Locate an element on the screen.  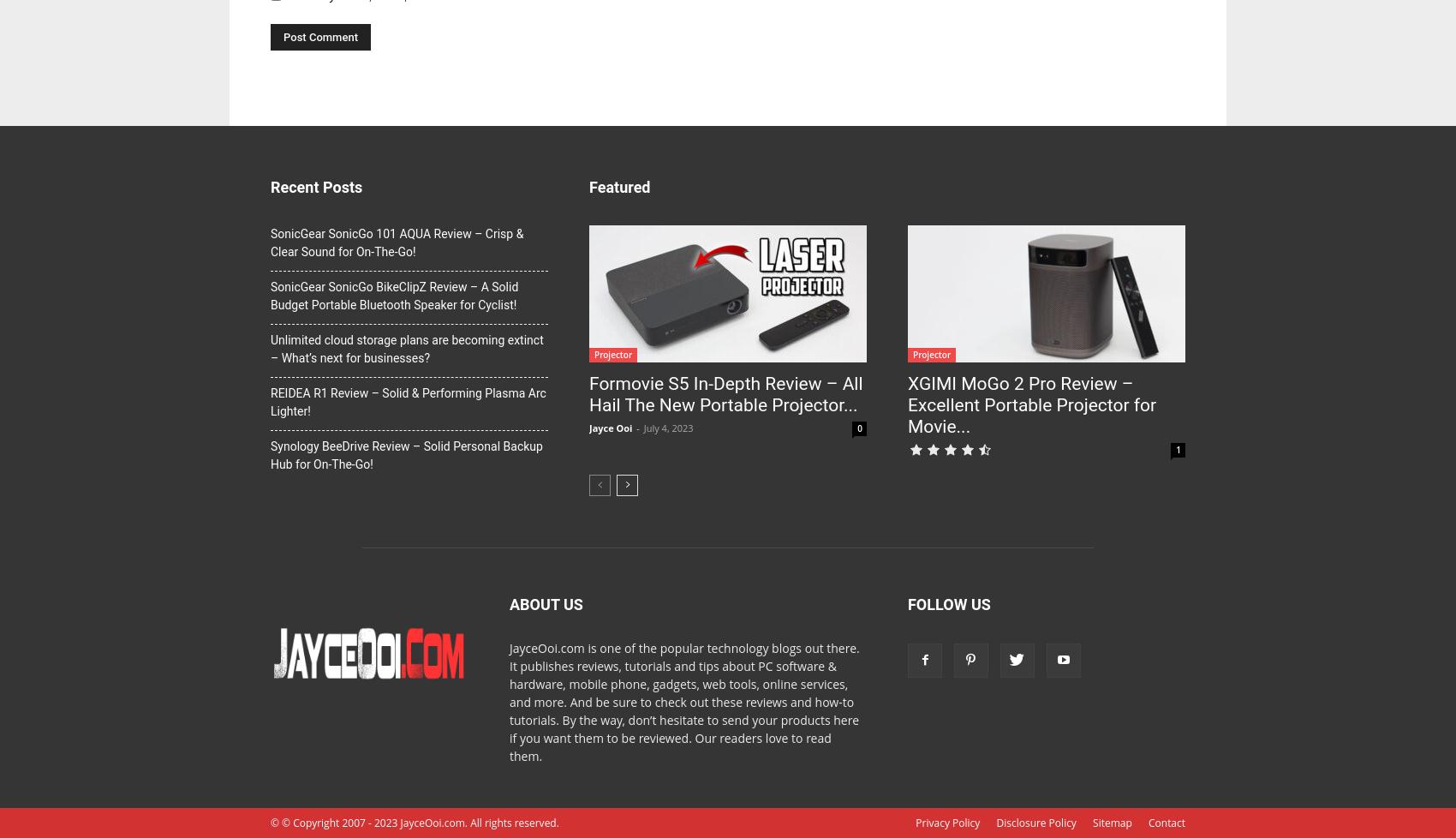
'Formovie S5 In-Depth Review – All Hail The New Portable Projector...' is located at coordinates (725, 393).